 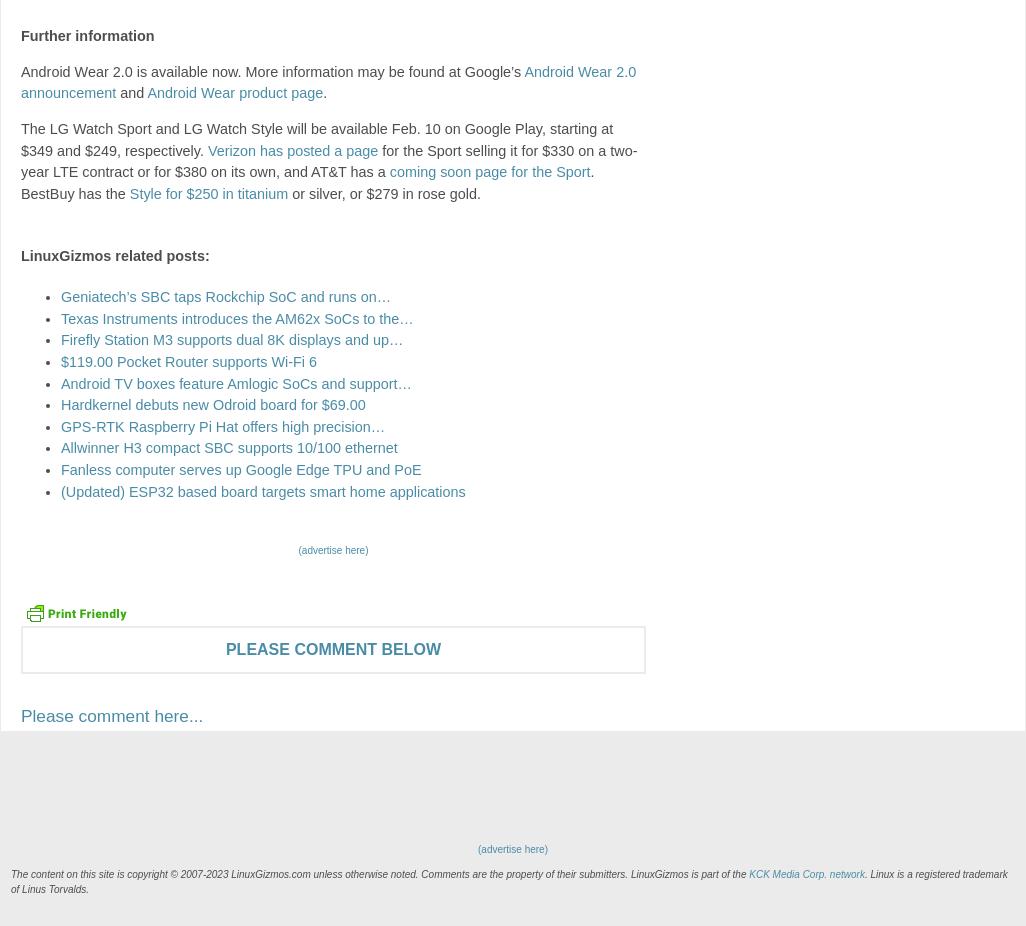 I want to click on 'Android TV boxes feature Amlogic SoCs and support…', so click(x=235, y=382).